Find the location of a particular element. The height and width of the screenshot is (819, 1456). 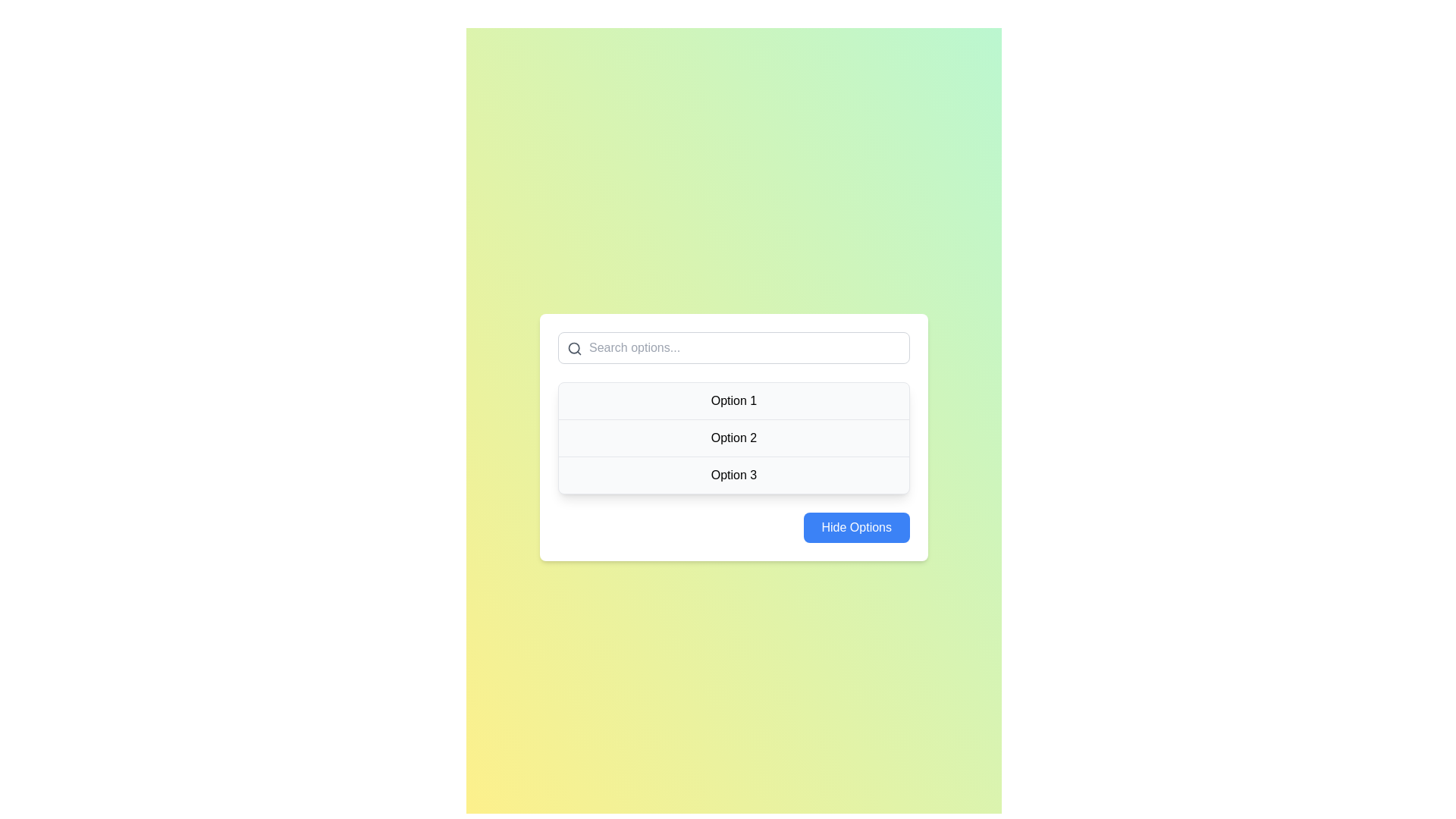

the dropdown menu option panel is located at coordinates (734, 438).